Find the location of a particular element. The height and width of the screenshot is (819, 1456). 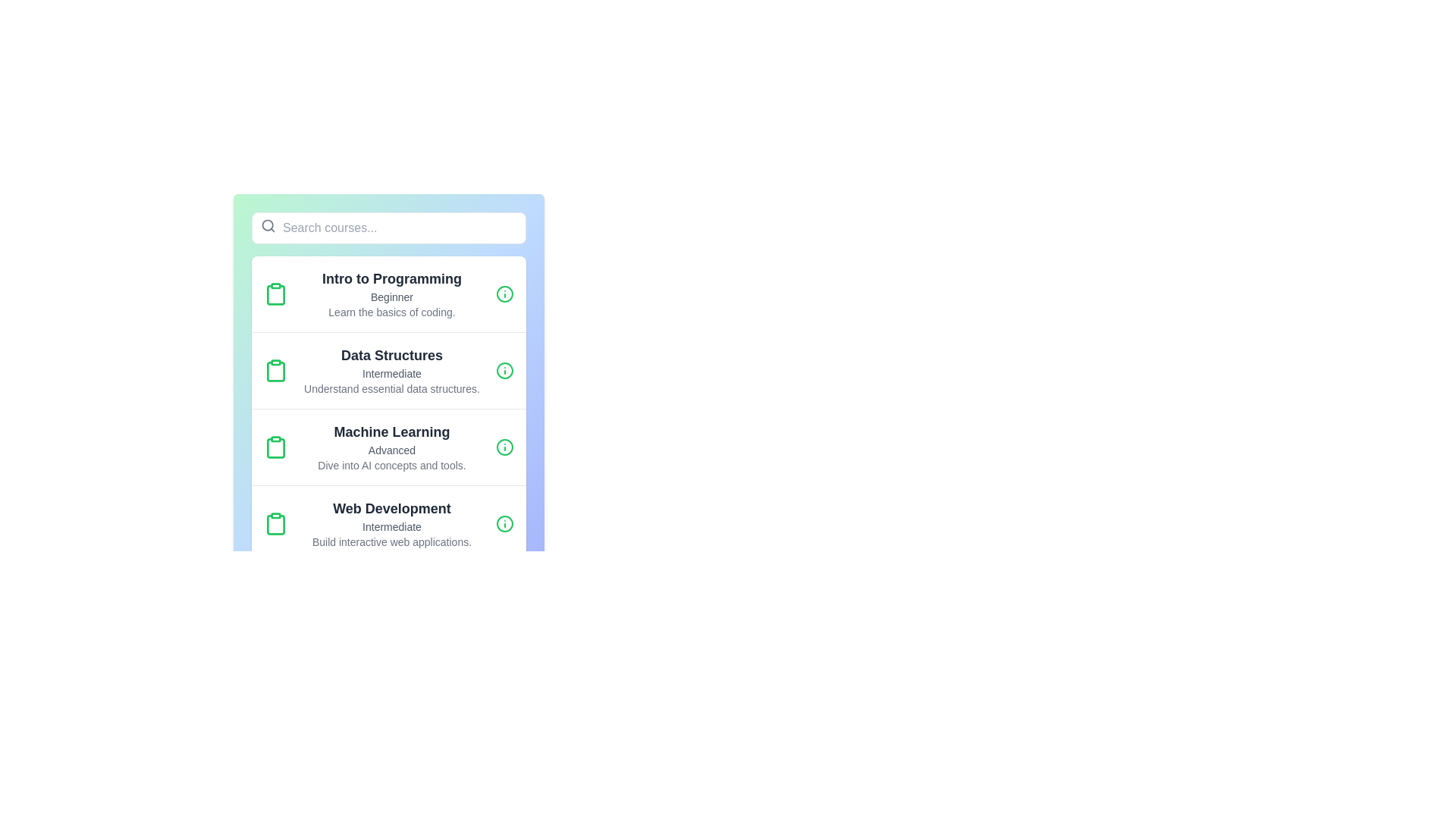

the Card component titled 'Machine Learning', which has a bold title, an 'Advanced' label, and a descriptive text. This card features a green clipboard icon on the left and a green info circle on the right. It is the third card in a vertical list of four items is located at coordinates (389, 446).